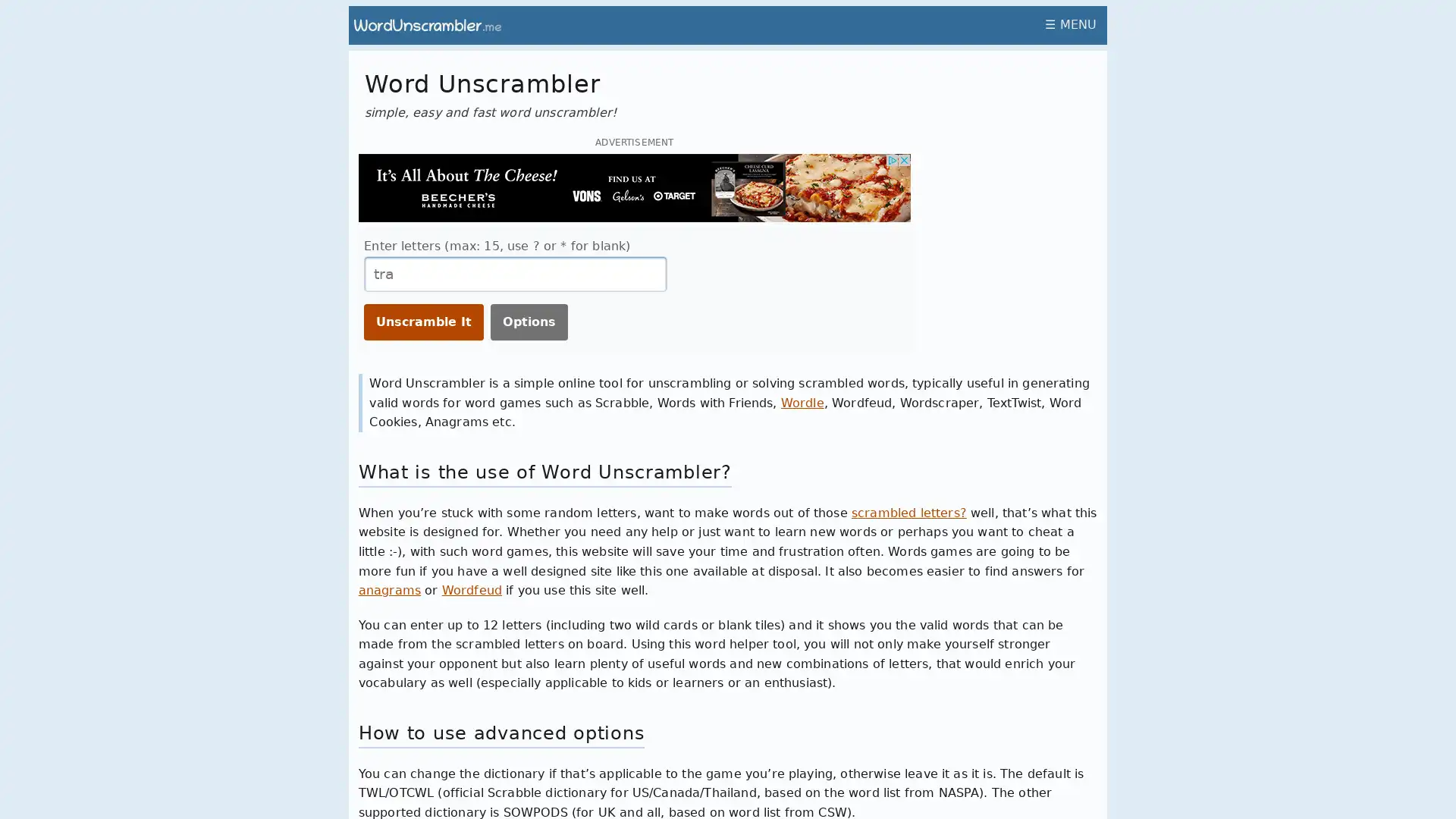  Describe the element at coordinates (423, 321) in the screenshot. I see `Unscramble It` at that location.